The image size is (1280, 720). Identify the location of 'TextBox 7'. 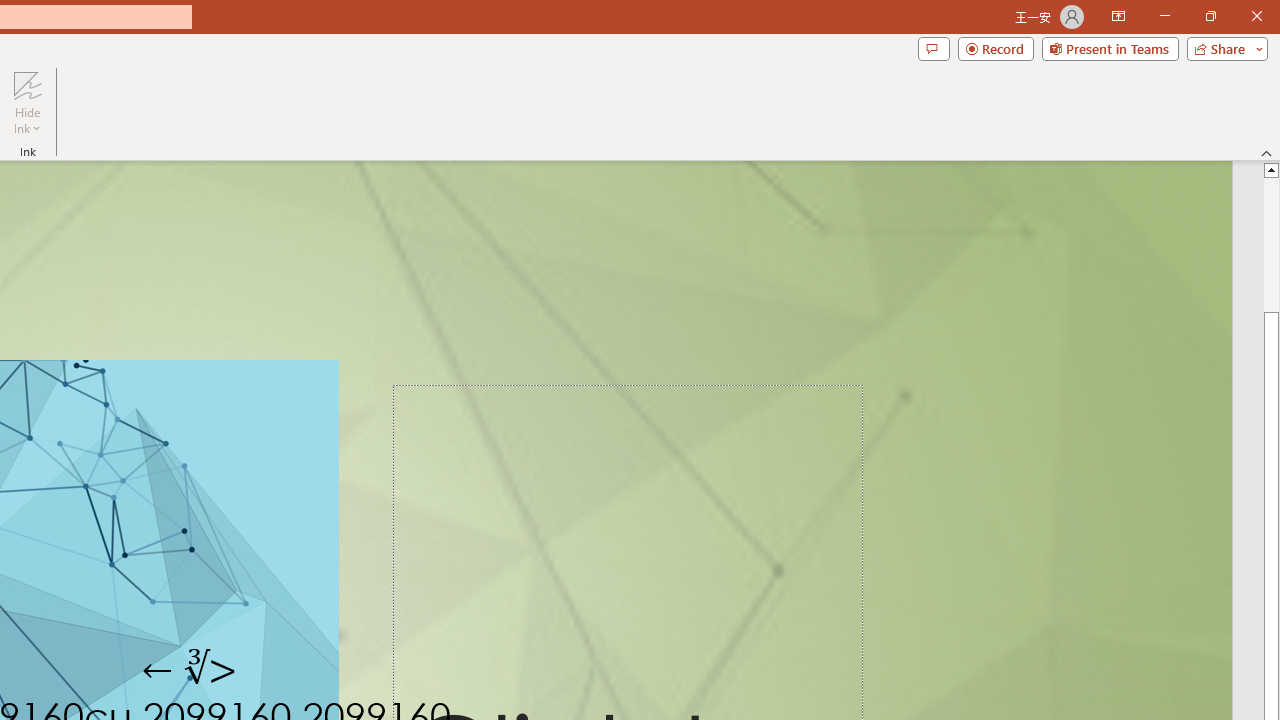
(190, 669).